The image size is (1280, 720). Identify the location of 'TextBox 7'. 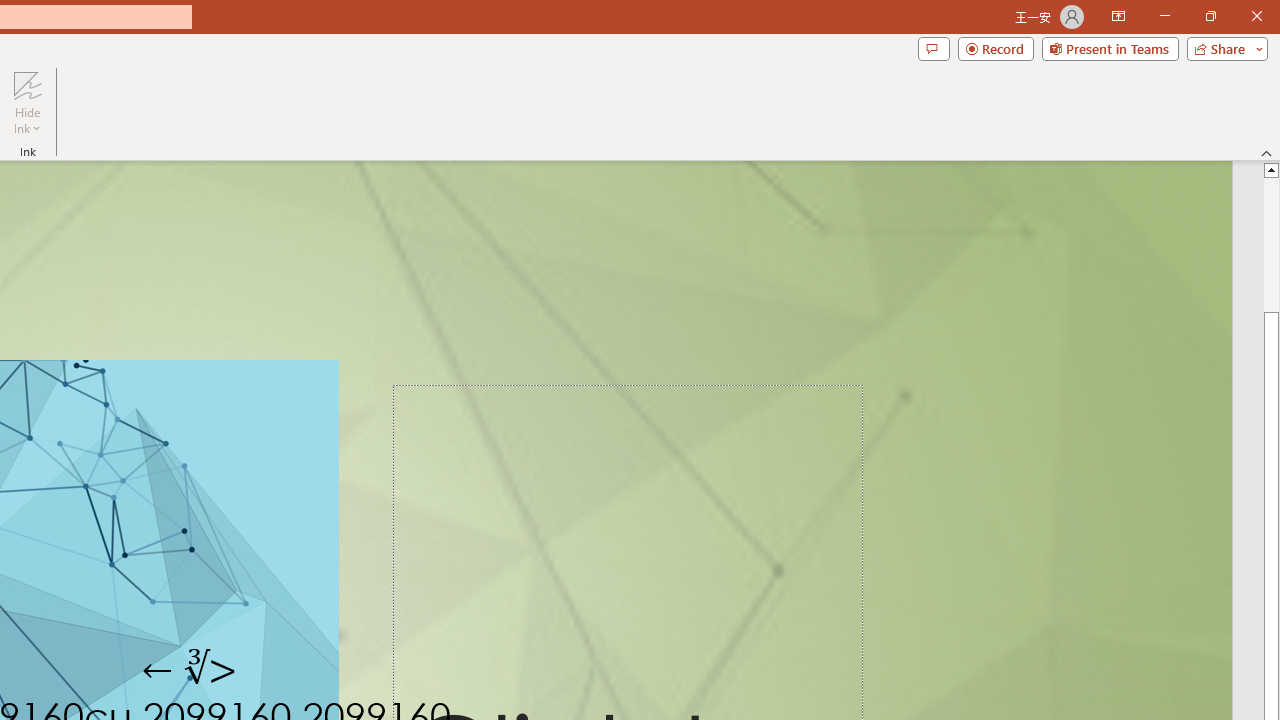
(190, 669).